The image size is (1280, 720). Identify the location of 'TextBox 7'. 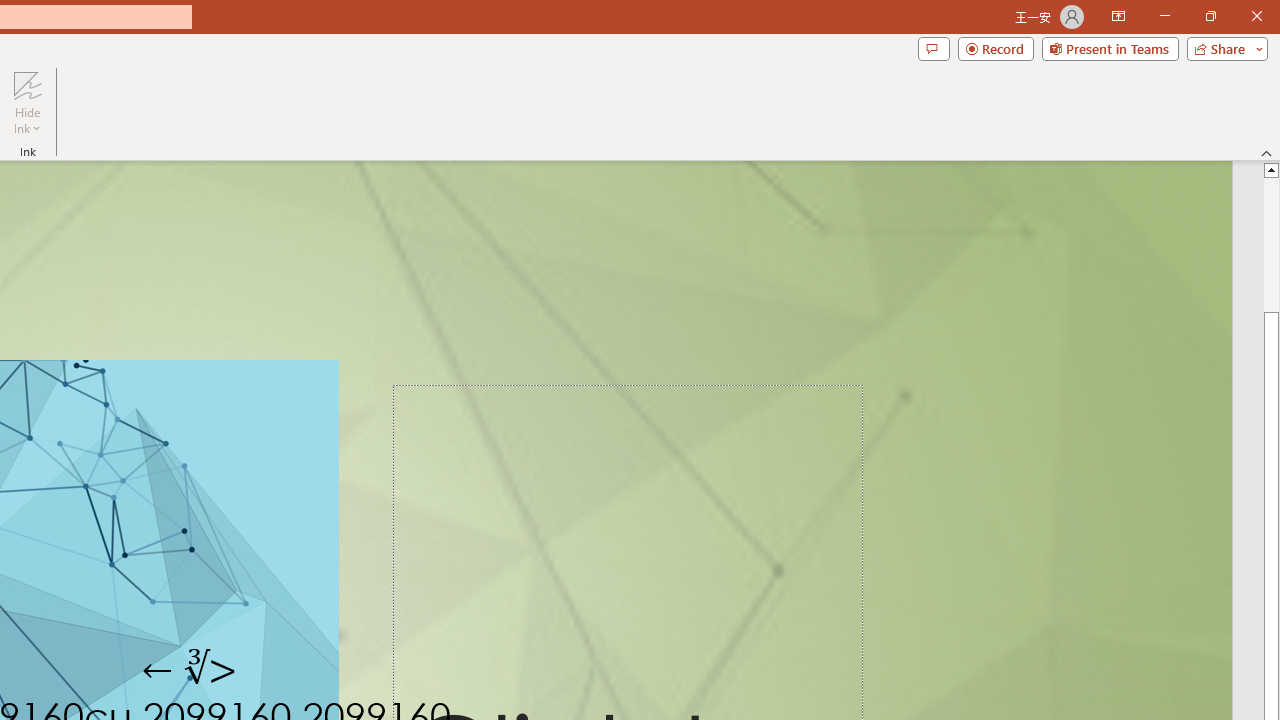
(190, 669).